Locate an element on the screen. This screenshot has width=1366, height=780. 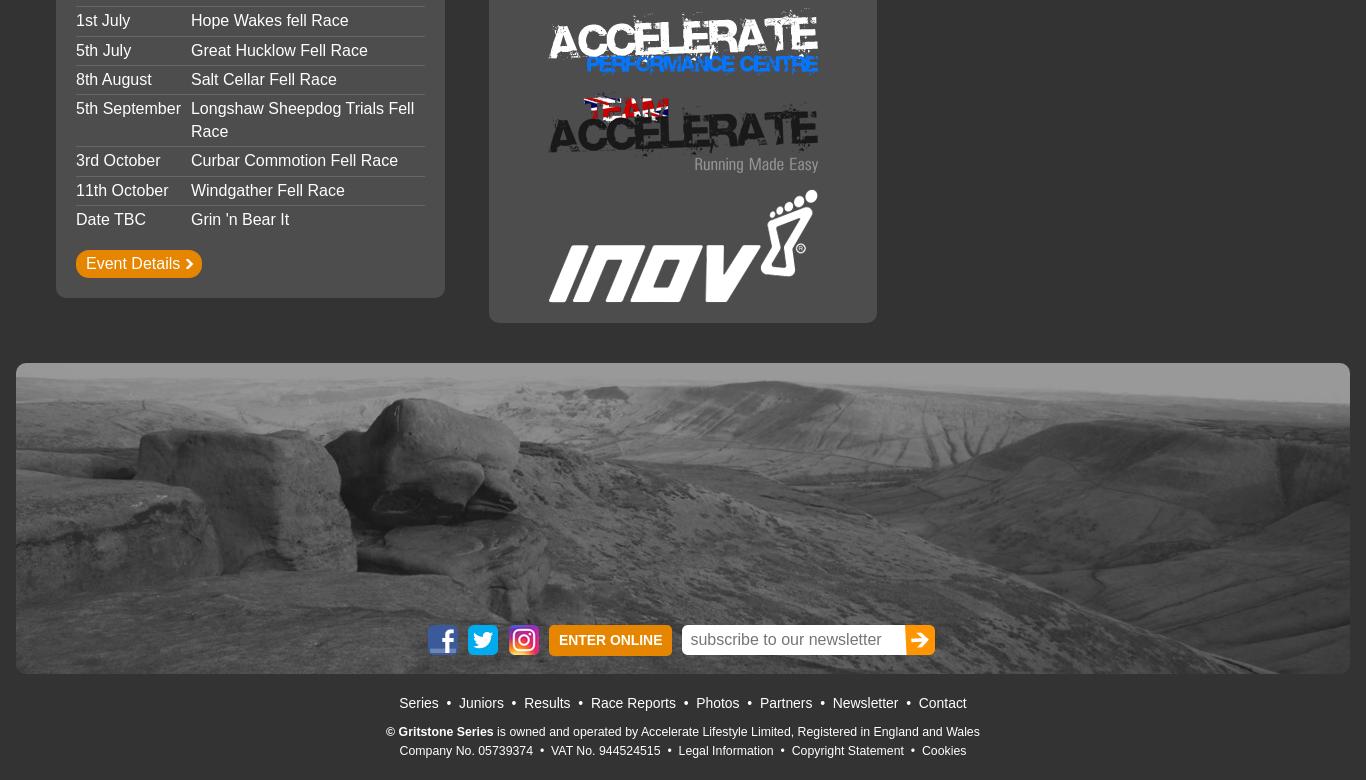
'1st July' is located at coordinates (102, 20).